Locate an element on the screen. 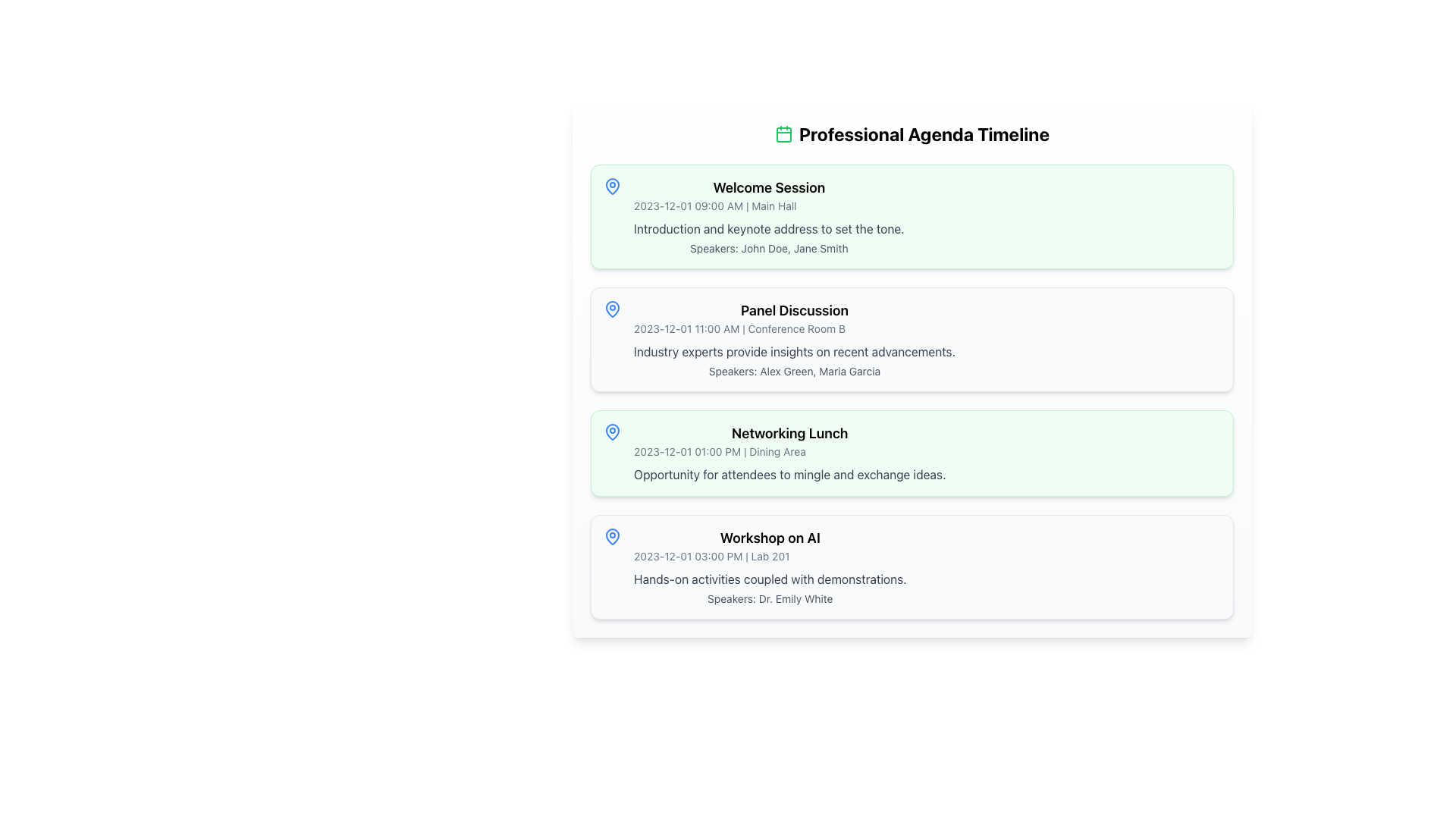 Image resolution: width=1456 pixels, height=819 pixels. information provided in the static text element that displays 'Industry experts provide insights on recent advancements.' is located at coordinates (793, 351).